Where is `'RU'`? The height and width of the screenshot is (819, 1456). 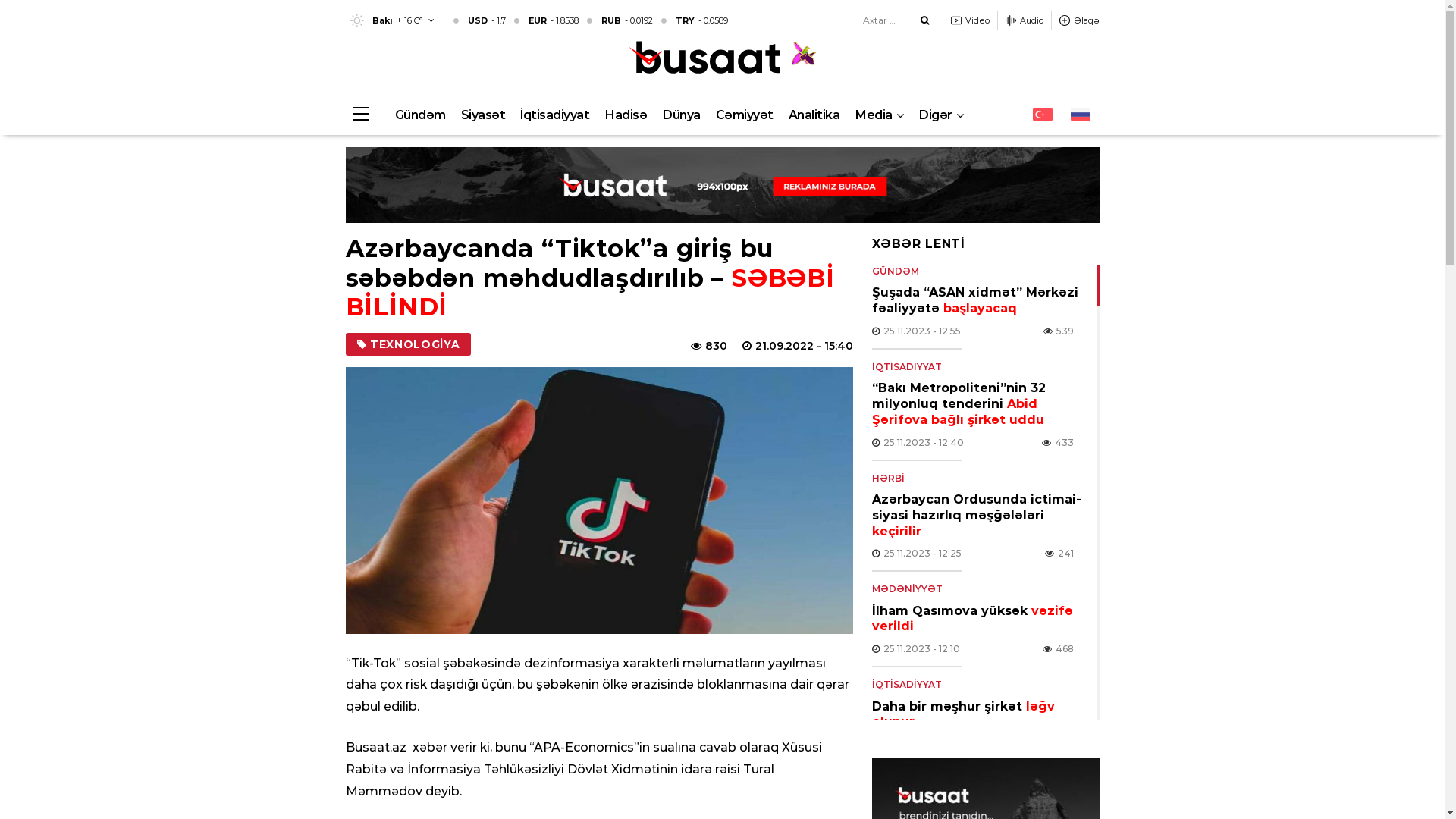
'RU' is located at coordinates (1080, 113).